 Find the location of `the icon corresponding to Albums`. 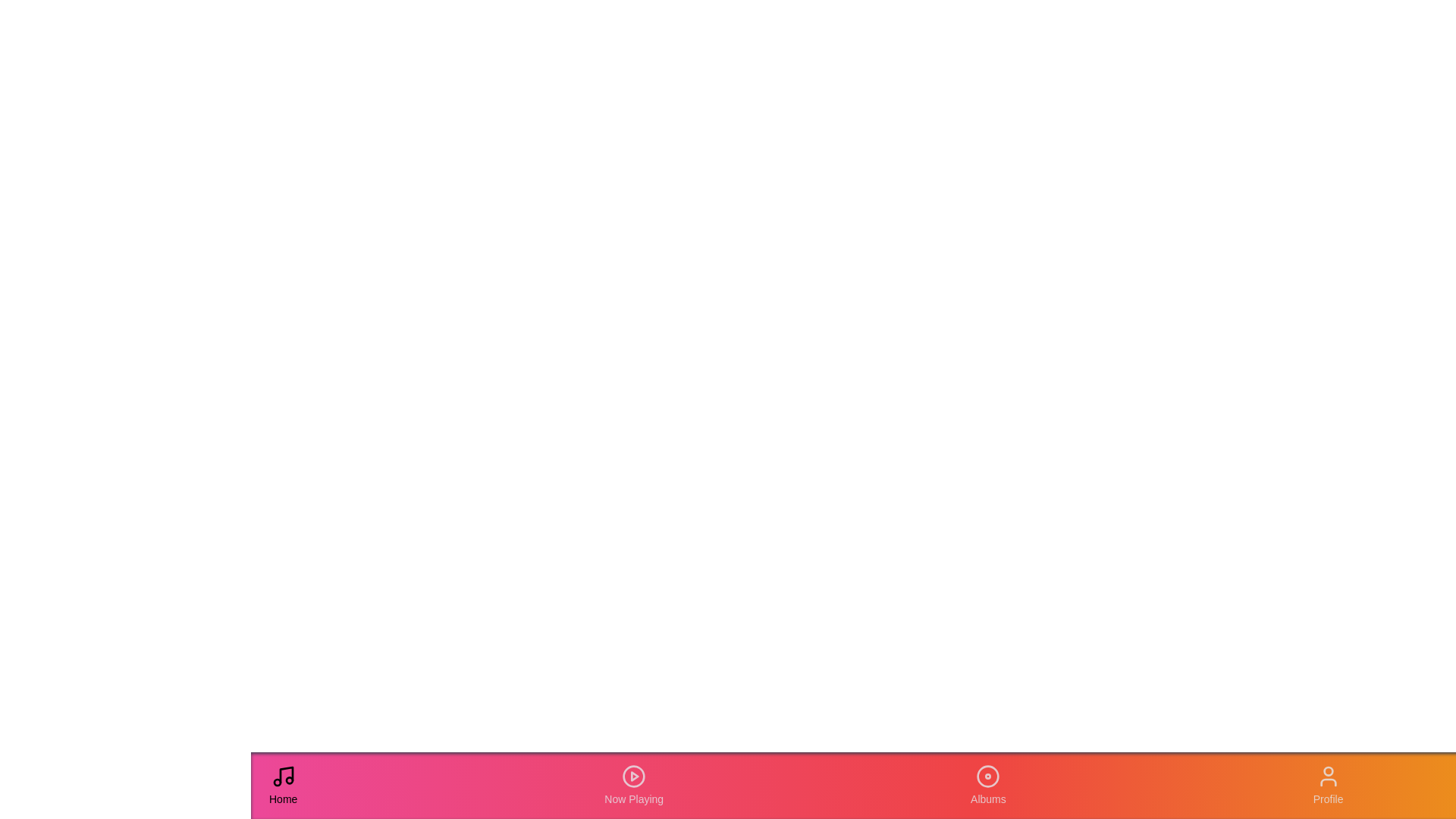

the icon corresponding to Albums is located at coordinates (987, 785).